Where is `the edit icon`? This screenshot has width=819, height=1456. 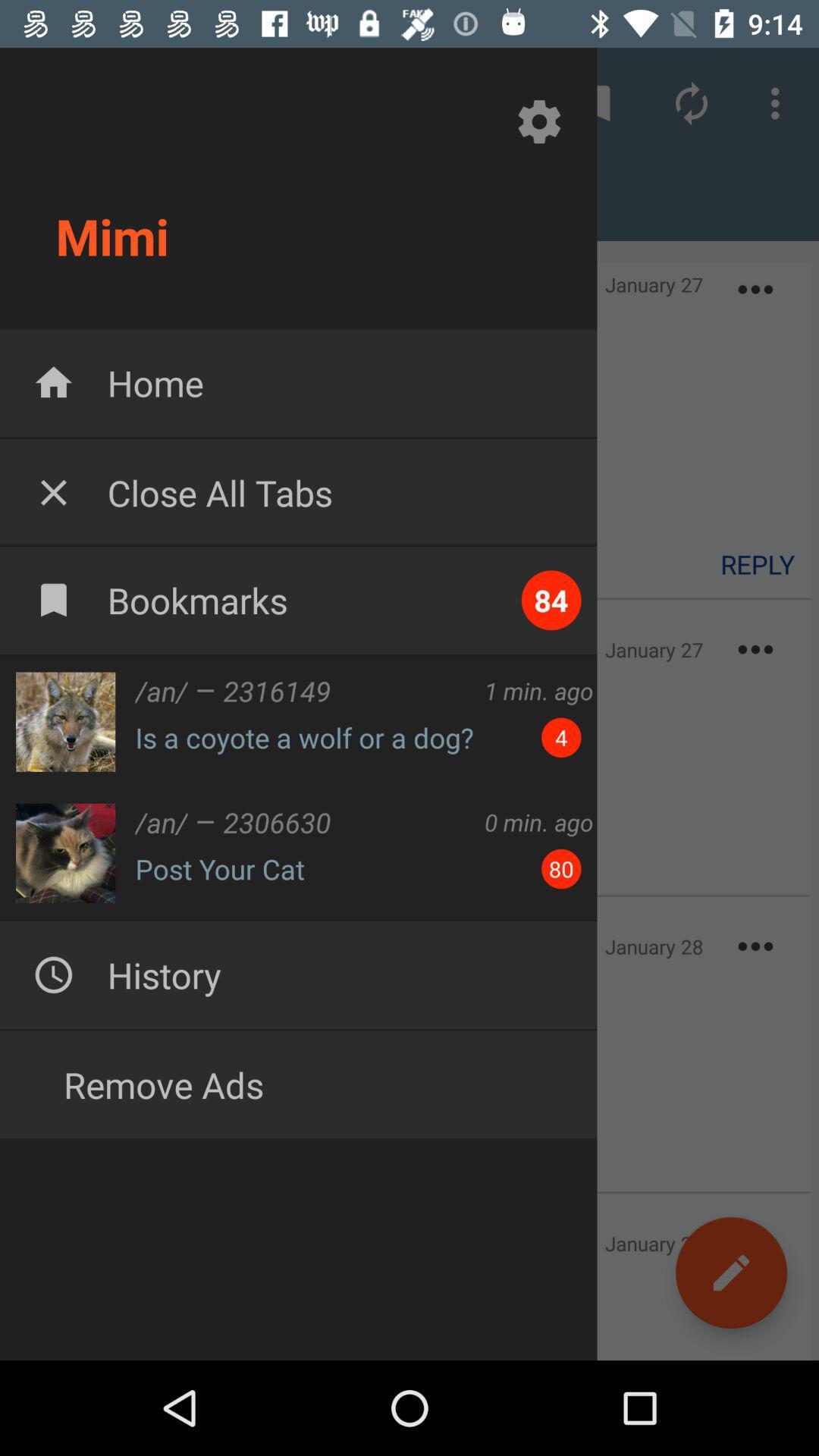
the edit icon is located at coordinates (730, 1272).